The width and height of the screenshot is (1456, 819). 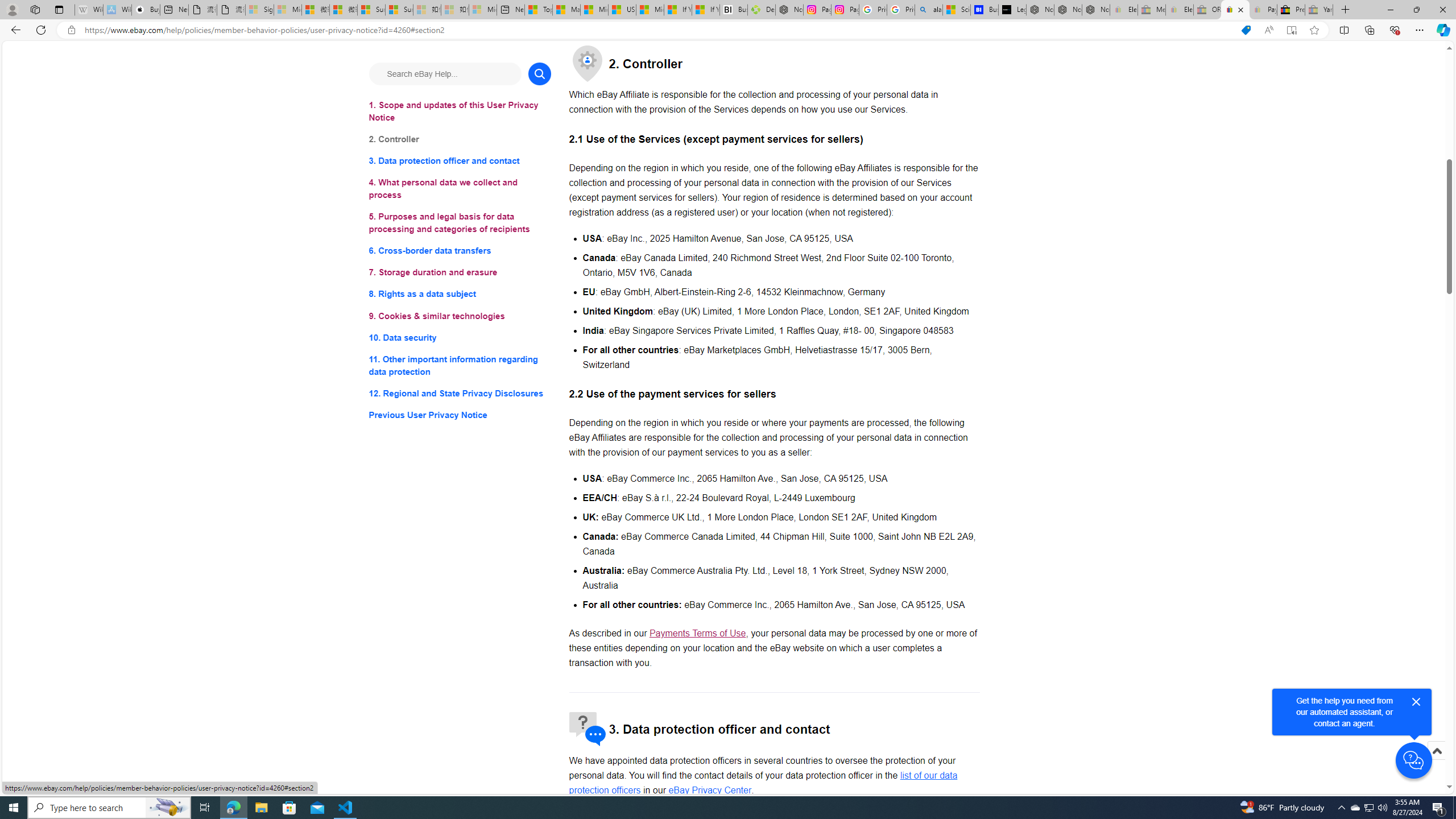 What do you see at coordinates (697, 632) in the screenshot?
I see `'Payments Terms of Use - opens in new window or tab'` at bounding box center [697, 632].